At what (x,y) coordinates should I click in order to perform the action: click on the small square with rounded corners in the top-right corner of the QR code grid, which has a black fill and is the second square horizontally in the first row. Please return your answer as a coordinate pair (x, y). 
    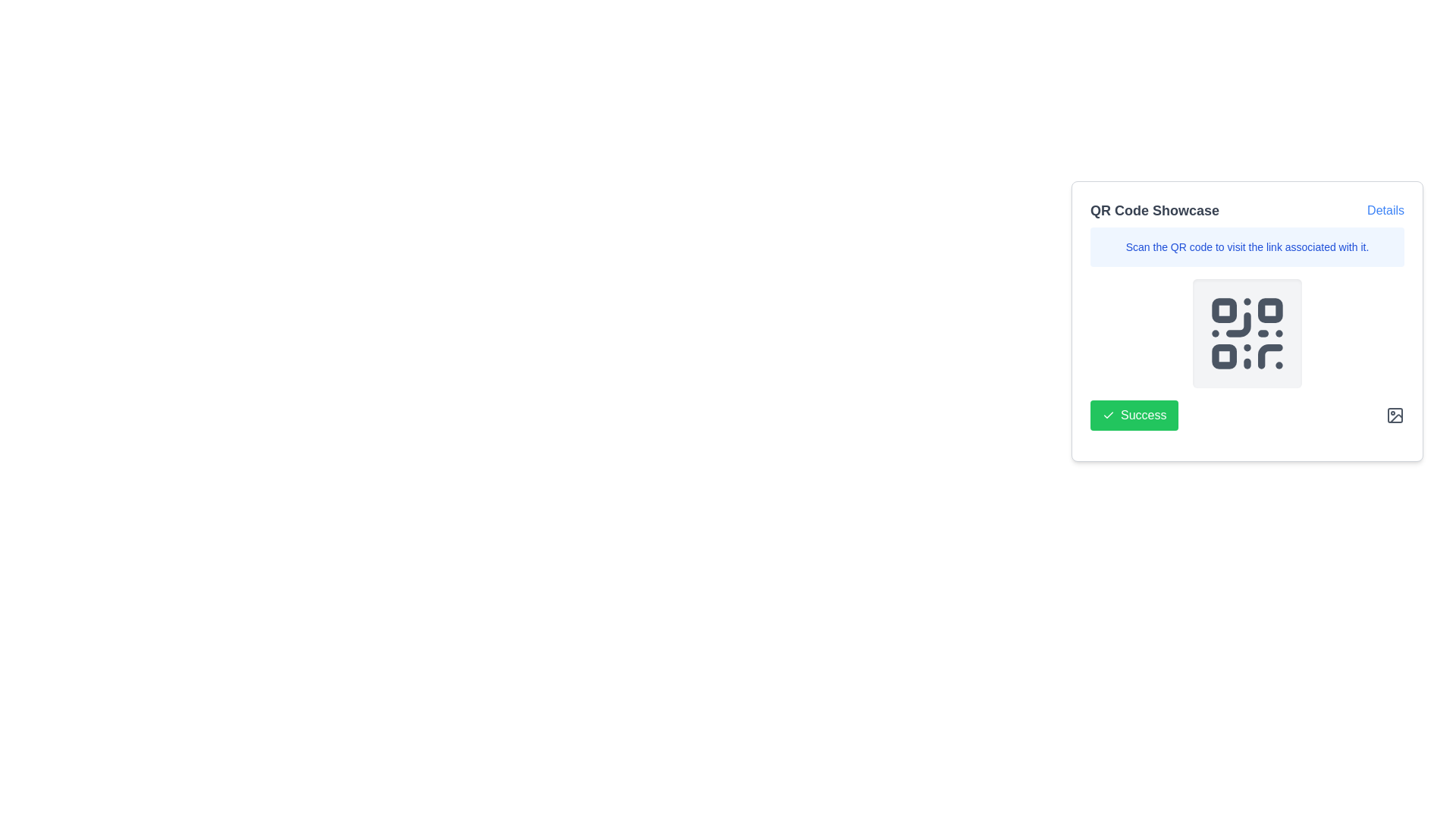
    Looking at the image, I should click on (1270, 309).